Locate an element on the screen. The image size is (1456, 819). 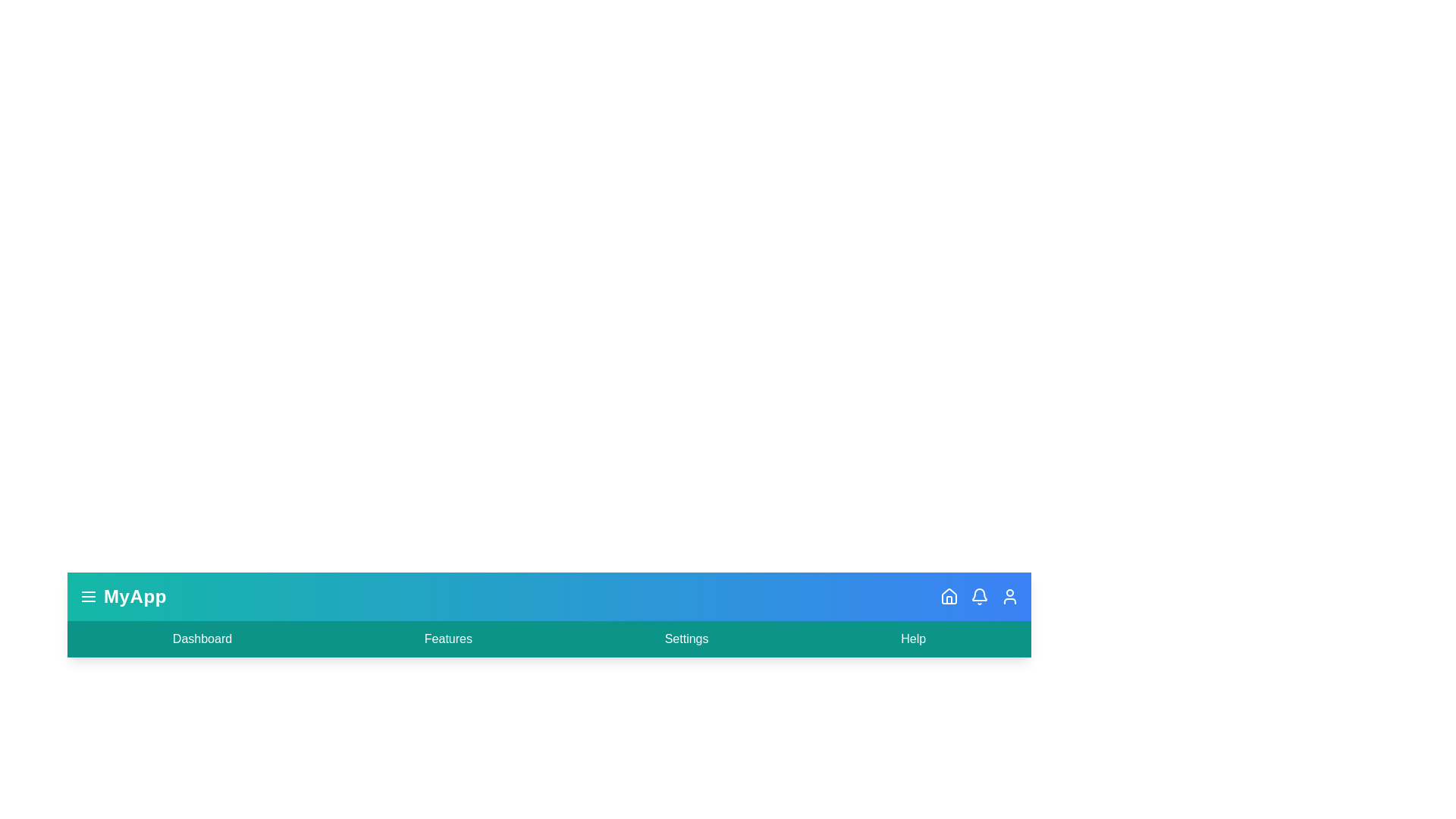
the menu button to toggle the menu visibility is located at coordinates (87, 595).